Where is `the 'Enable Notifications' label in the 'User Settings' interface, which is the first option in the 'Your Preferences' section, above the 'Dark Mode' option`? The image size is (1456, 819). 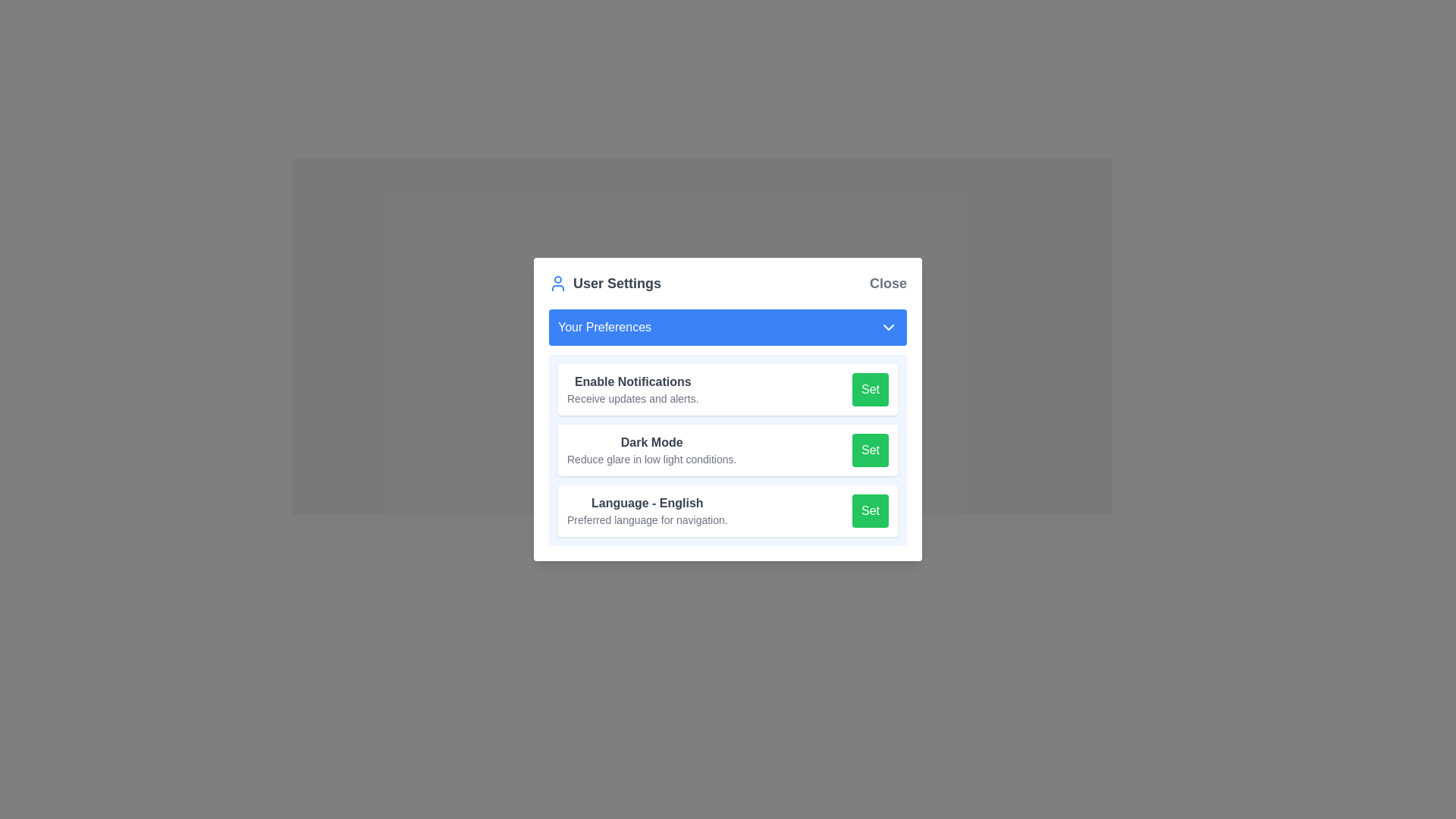
the 'Enable Notifications' label in the 'User Settings' interface, which is the first option in the 'Your Preferences' section, above the 'Dark Mode' option is located at coordinates (632, 388).